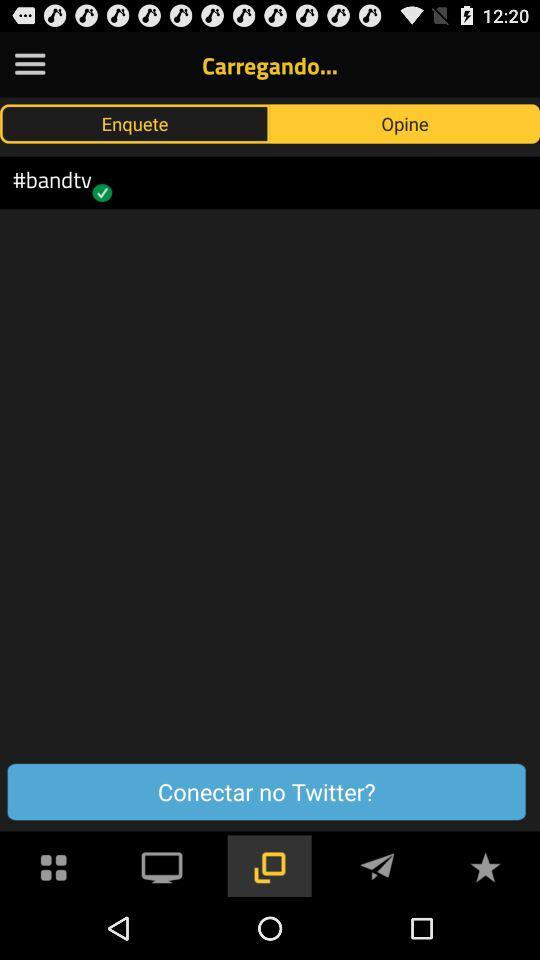 The width and height of the screenshot is (540, 960). Describe the element at coordinates (377, 864) in the screenshot. I see `send button` at that location.